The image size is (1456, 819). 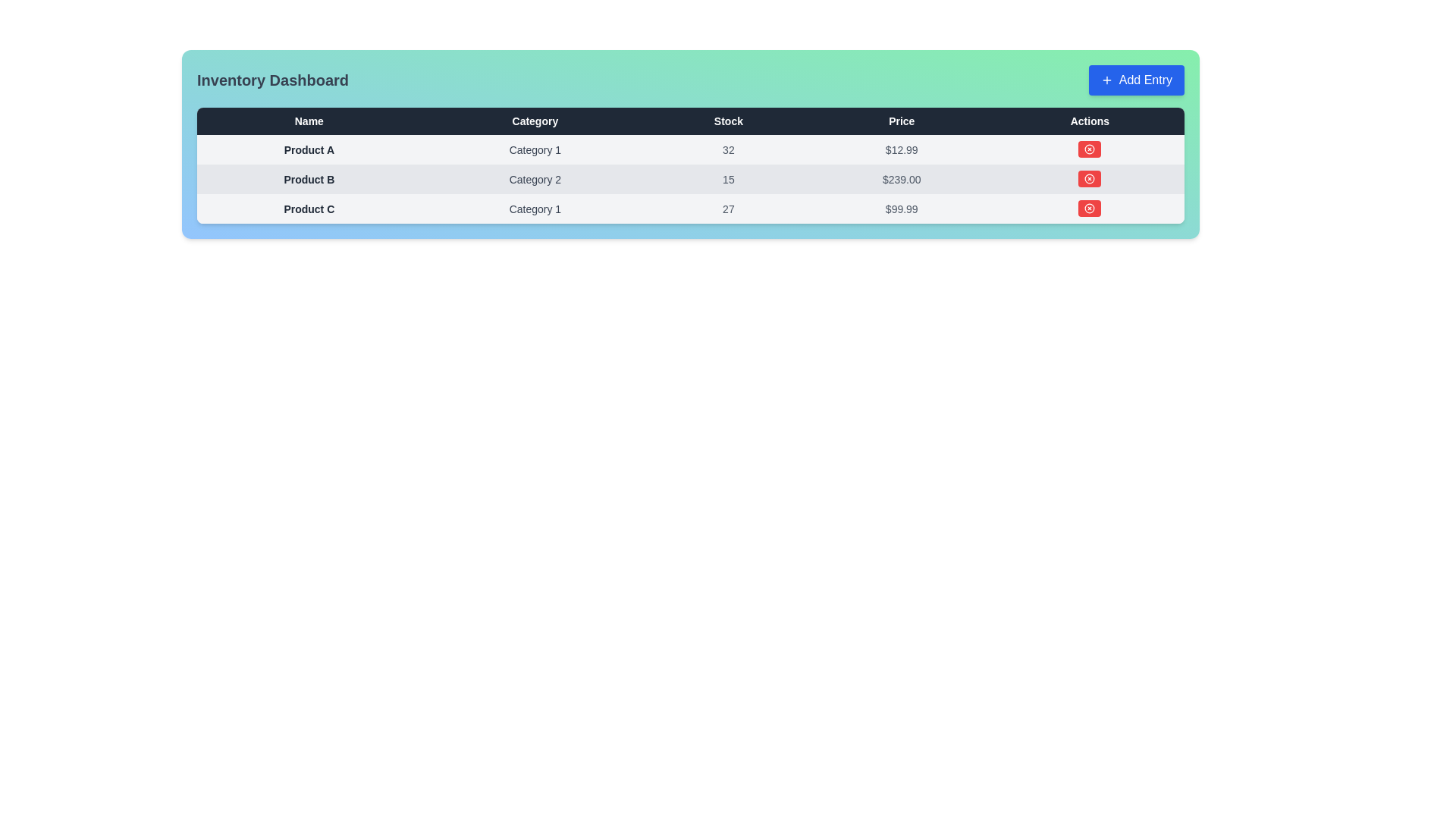 What do you see at coordinates (308, 178) in the screenshot?
I see `the static text label displaying 'Product B' located in the 'Name' column of the second row in the table` at bounding box center [308, 178].